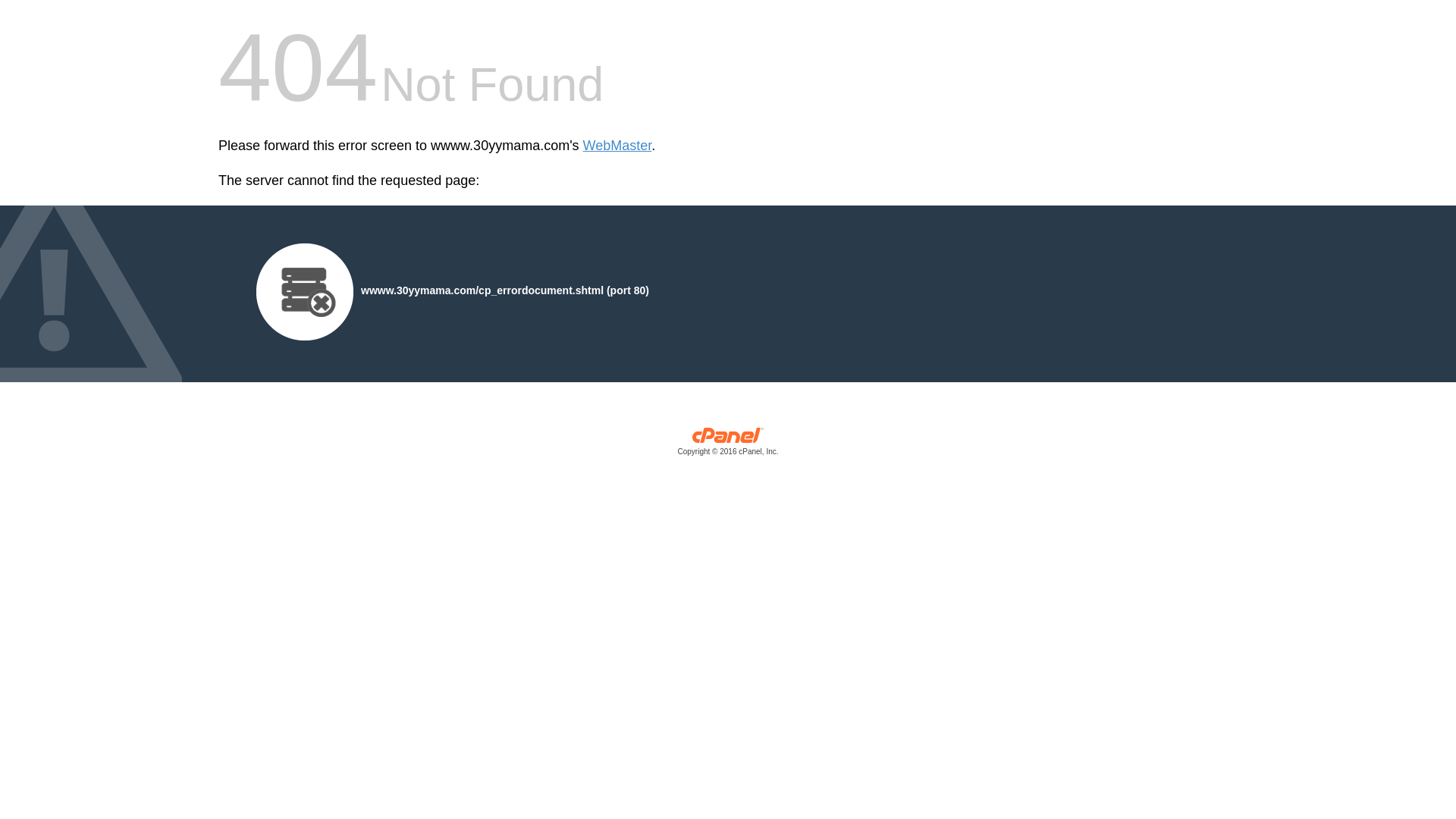 This screenshot has height=819, width=1456. I want to click on 'WebMaster', so click(582, 146).